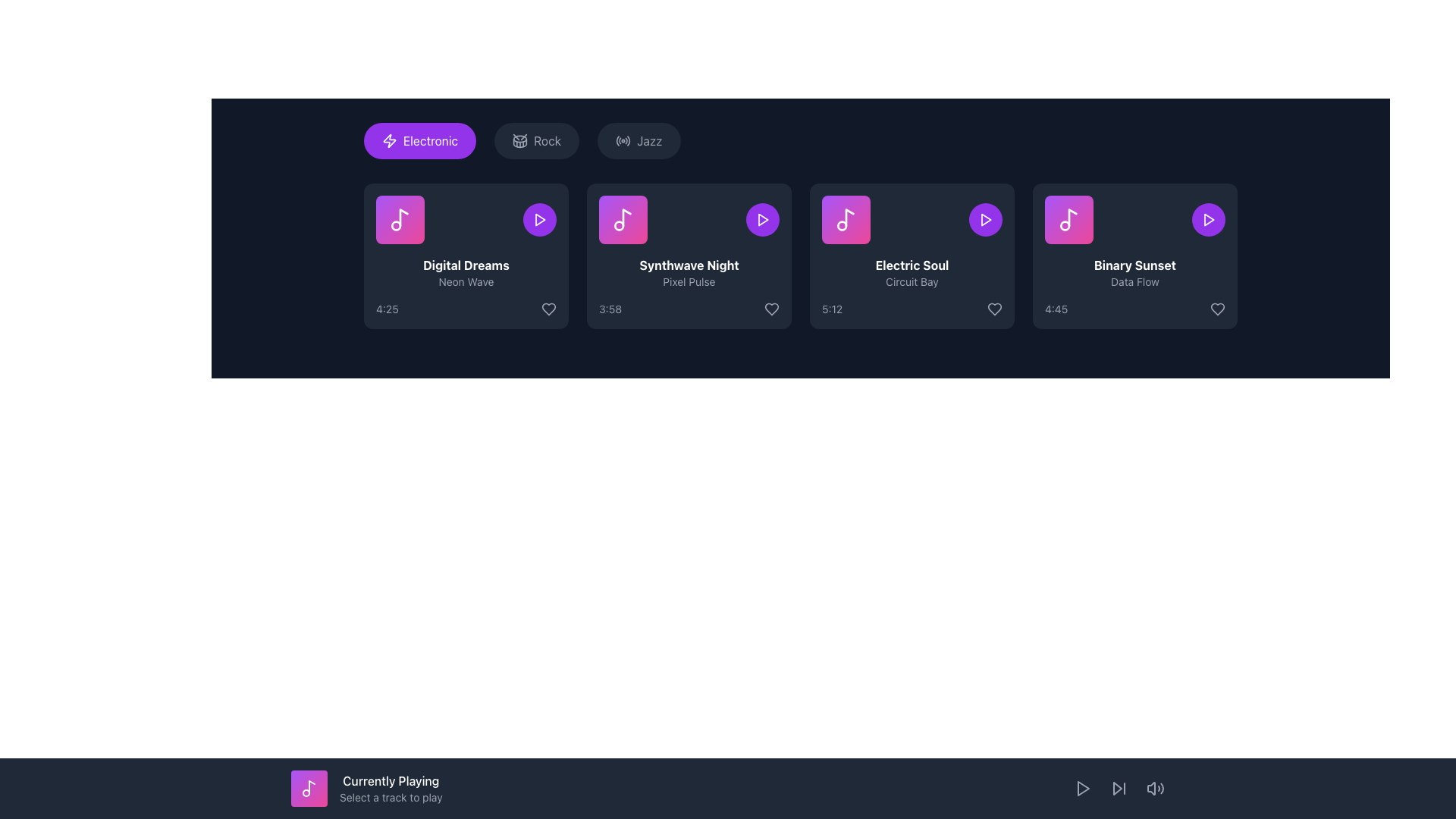 The image size is (1456, 819). Describe the element at coordinates (763, 219) in the screenshot. I see `the circular button at the top-right corner of the 'Synthwave Night' track card to play the track` at that location.